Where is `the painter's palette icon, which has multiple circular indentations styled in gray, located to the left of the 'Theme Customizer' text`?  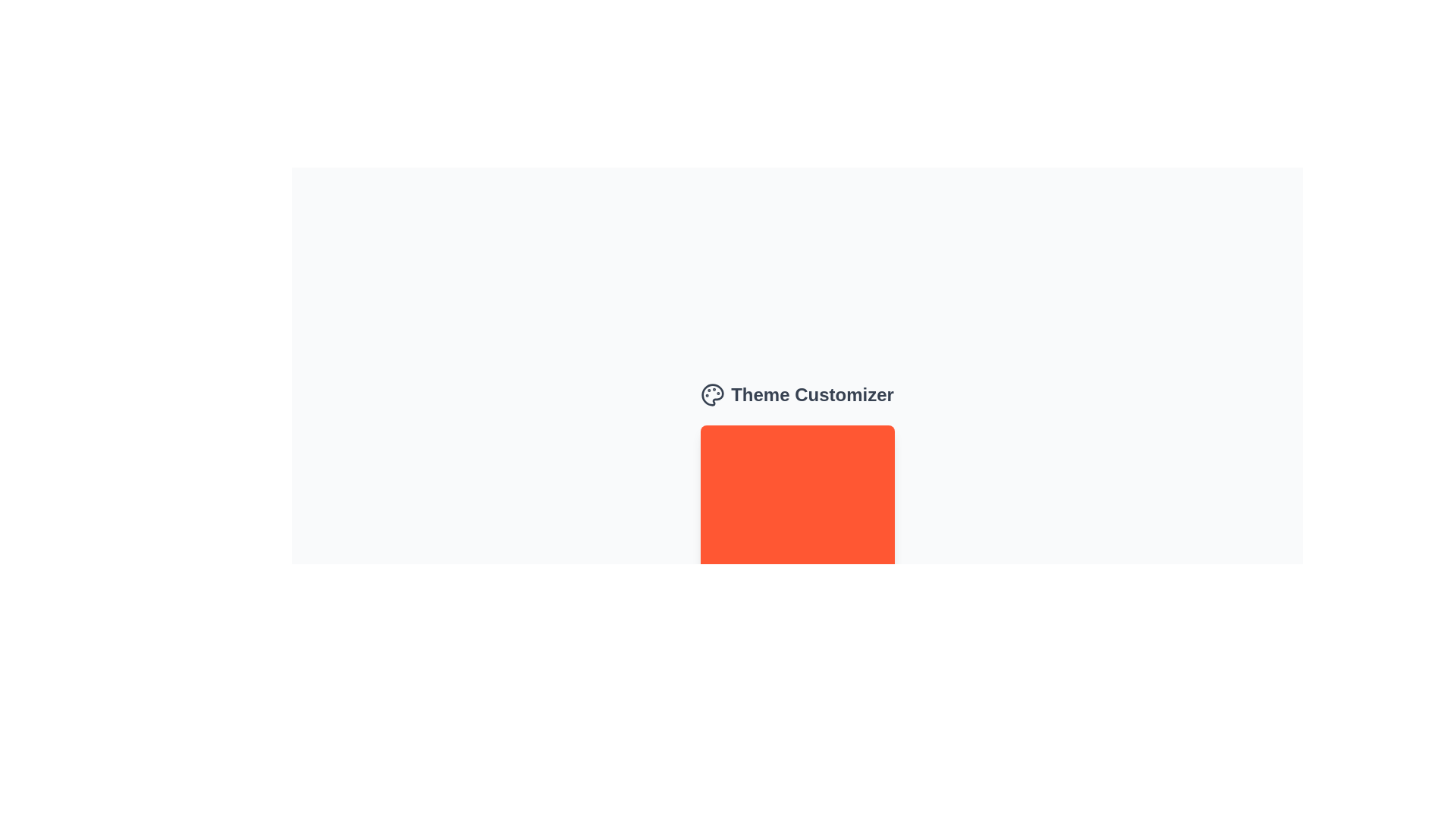
the painter's palette icon, which has multiple circular indentations styled in gray, located to the left of the 'Theme Customizer' text is located at coordinates (712, 394).